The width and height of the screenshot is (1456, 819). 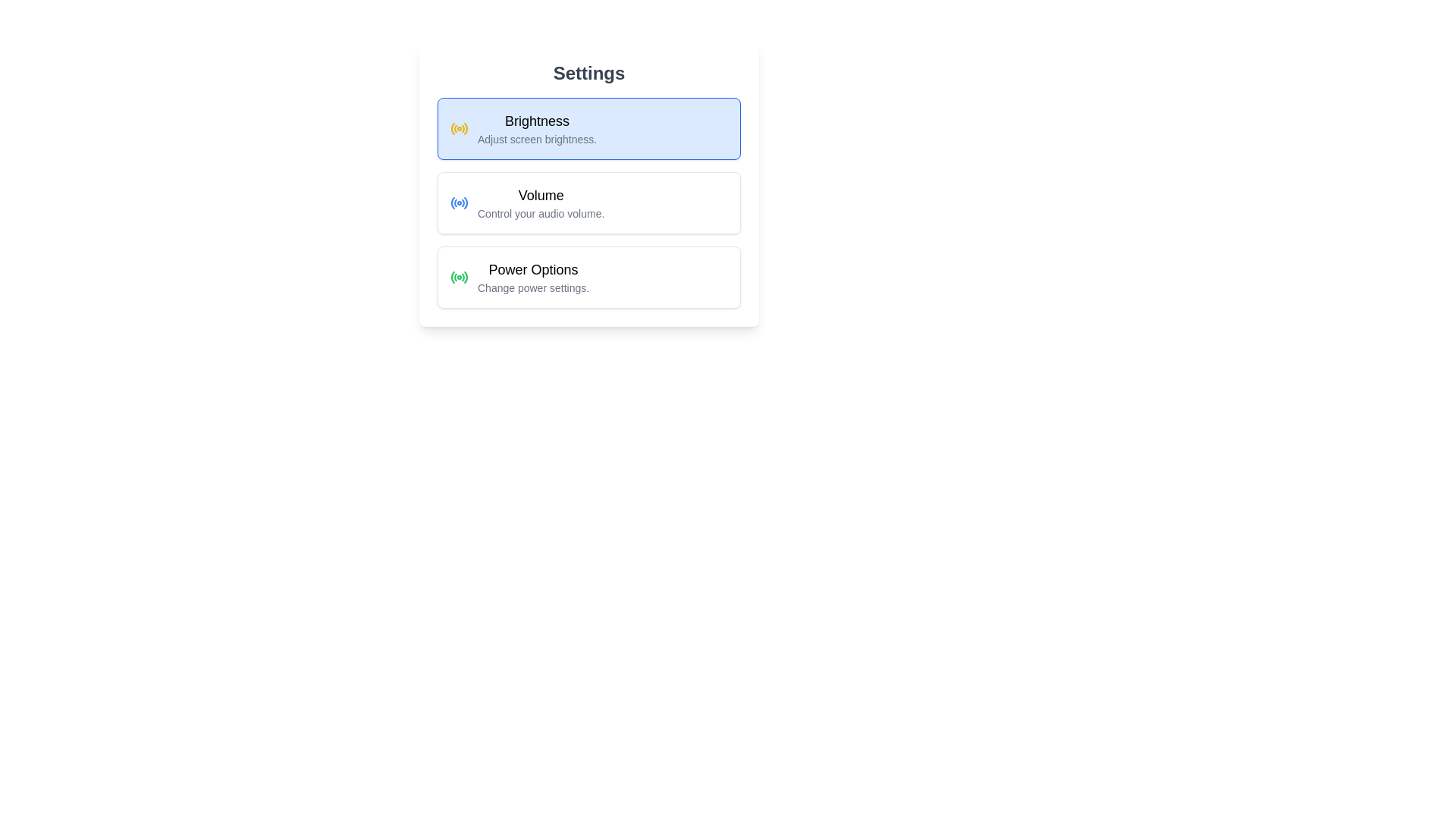 I want to click on the second card in the vertical list containing an icon of a blue wave pattern and the text 'Volume' with the subtitle 'Control your audio volume.', so click(x=588, y=202).